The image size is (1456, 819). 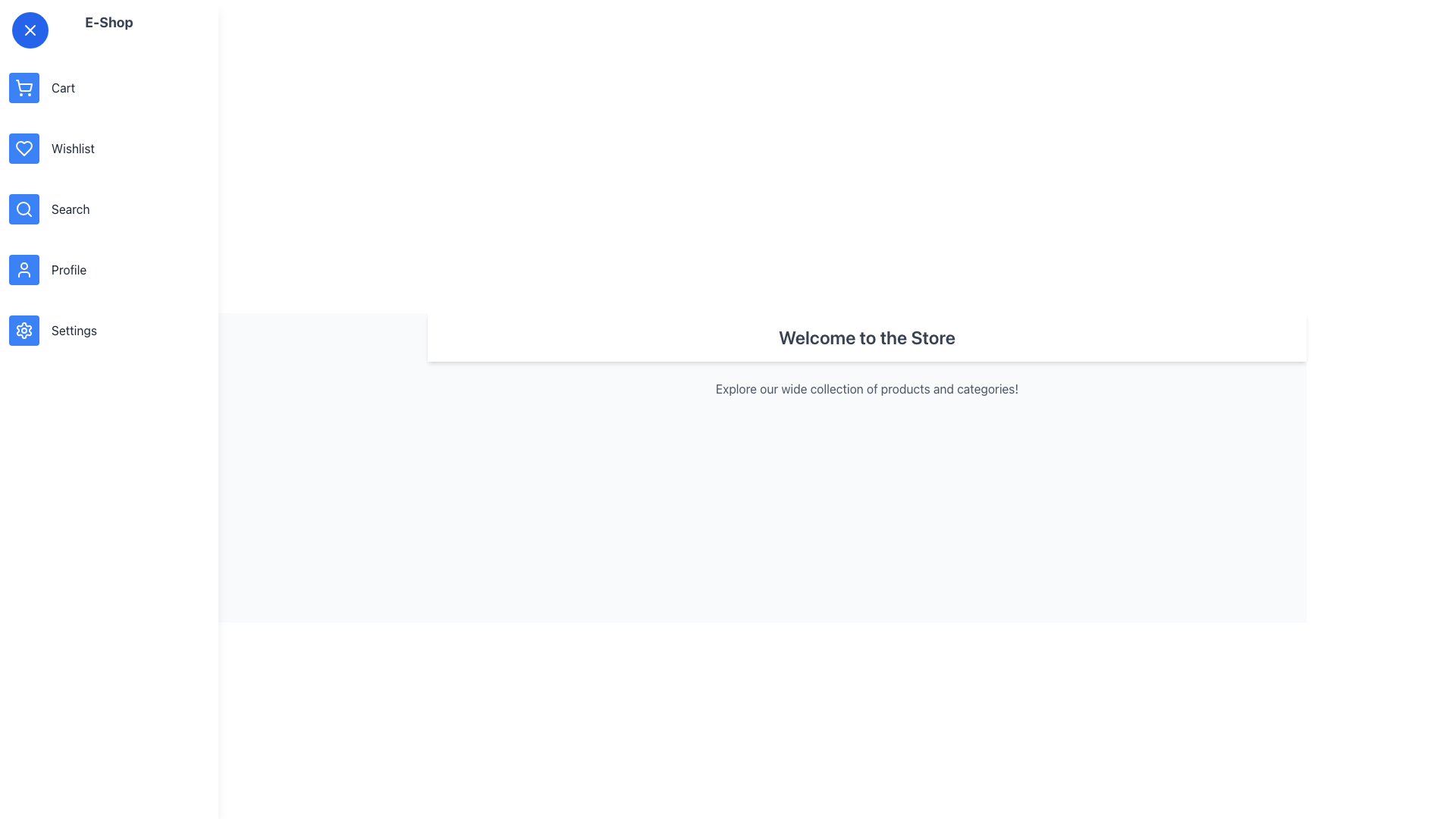 What do you see at coordinates (70, 209) in the screenshot?
I see `the 'Search' label located in the left vertical navigation bar, situated between the 'Wishlist' and 'Profile' items, indicating its functionality for search operations` at bounding box center [70, 209].